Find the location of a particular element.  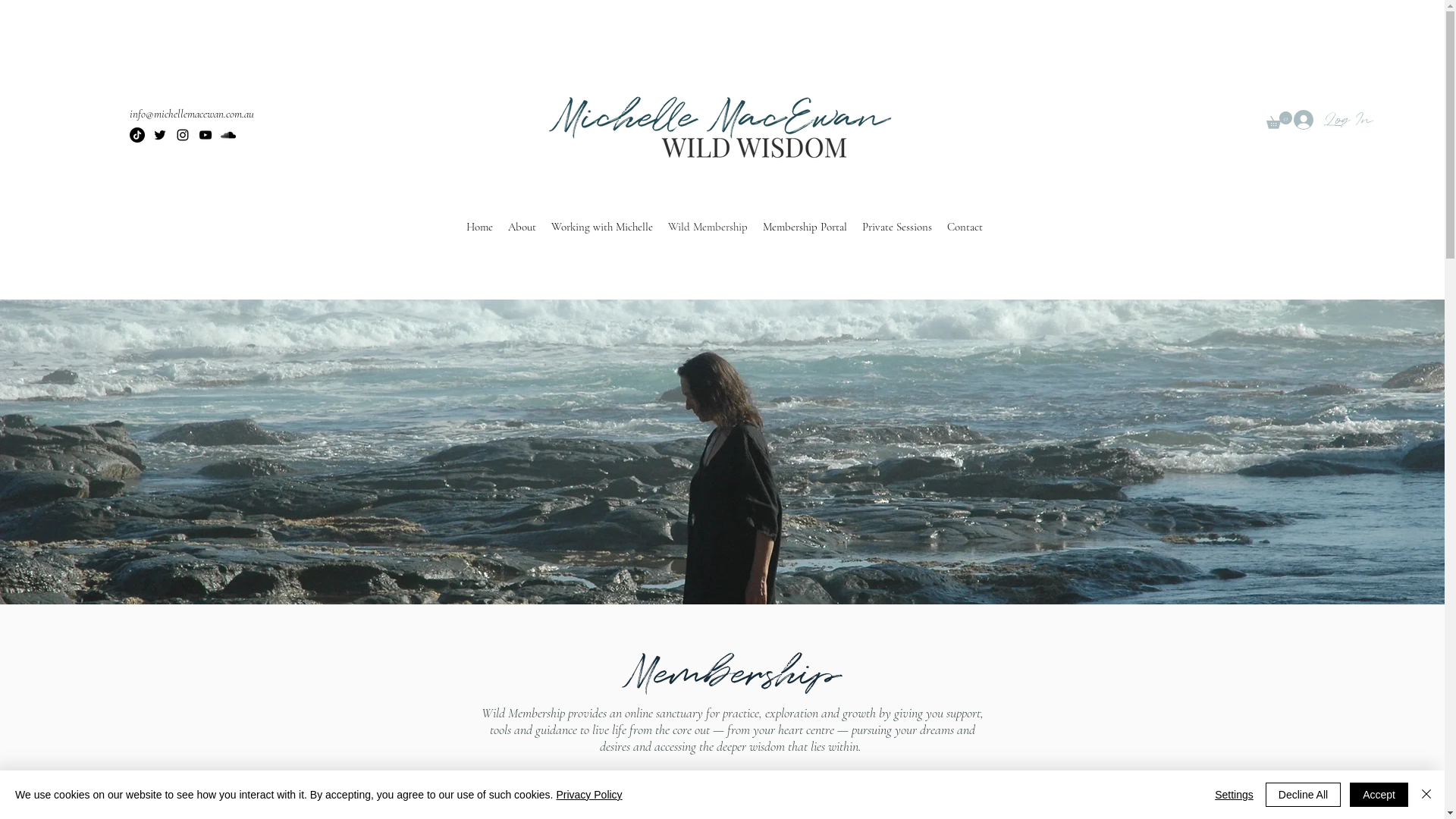

'Working with Michelle' is located at coordinates (601, 227).